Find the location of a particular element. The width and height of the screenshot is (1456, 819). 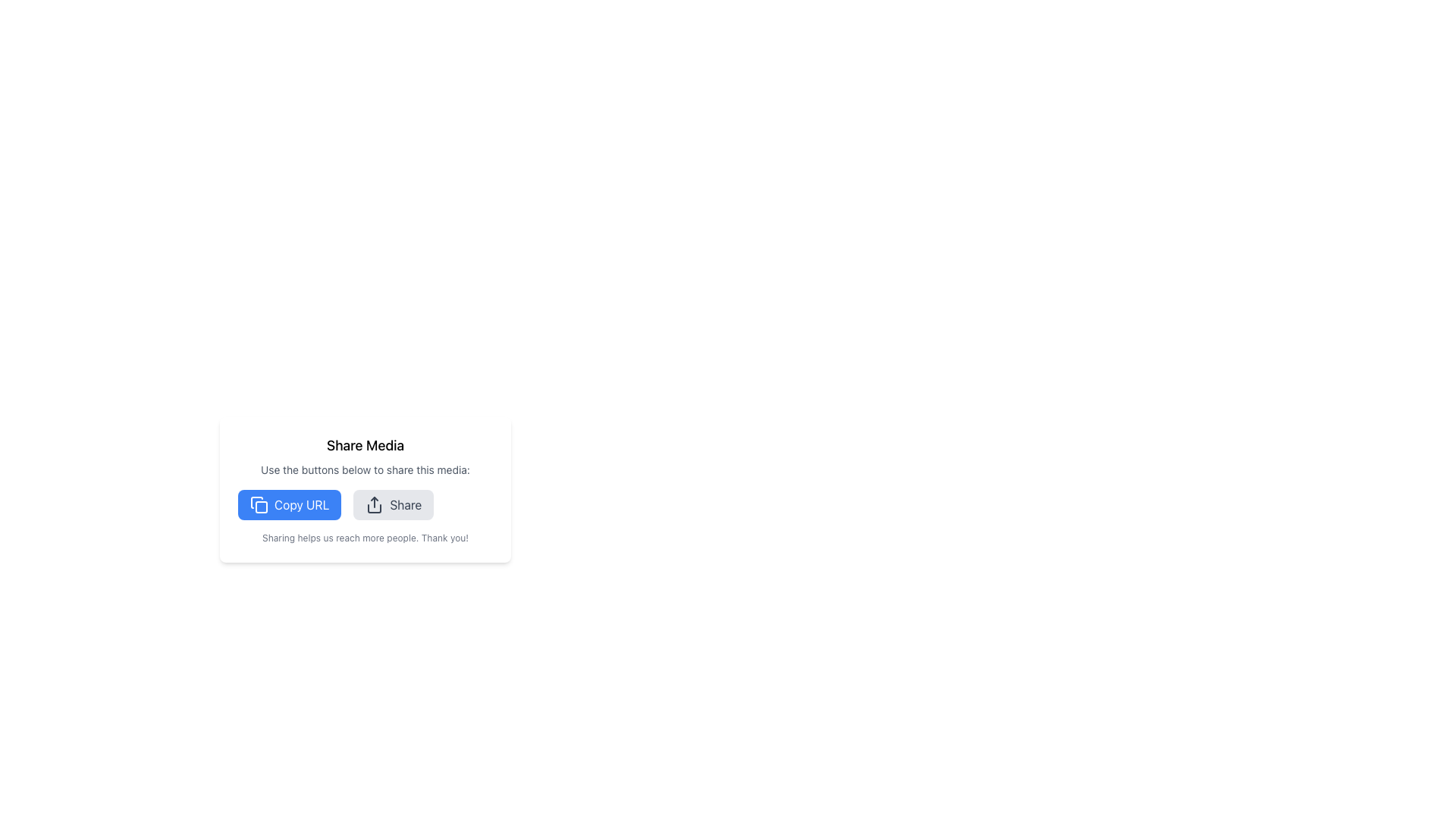

the 'copy' icon, which is represented by two overlapping rectangles, located to the left of the 'Copy URL' text within the blue 'Copy URL' button is located at coordinates (259, 505).